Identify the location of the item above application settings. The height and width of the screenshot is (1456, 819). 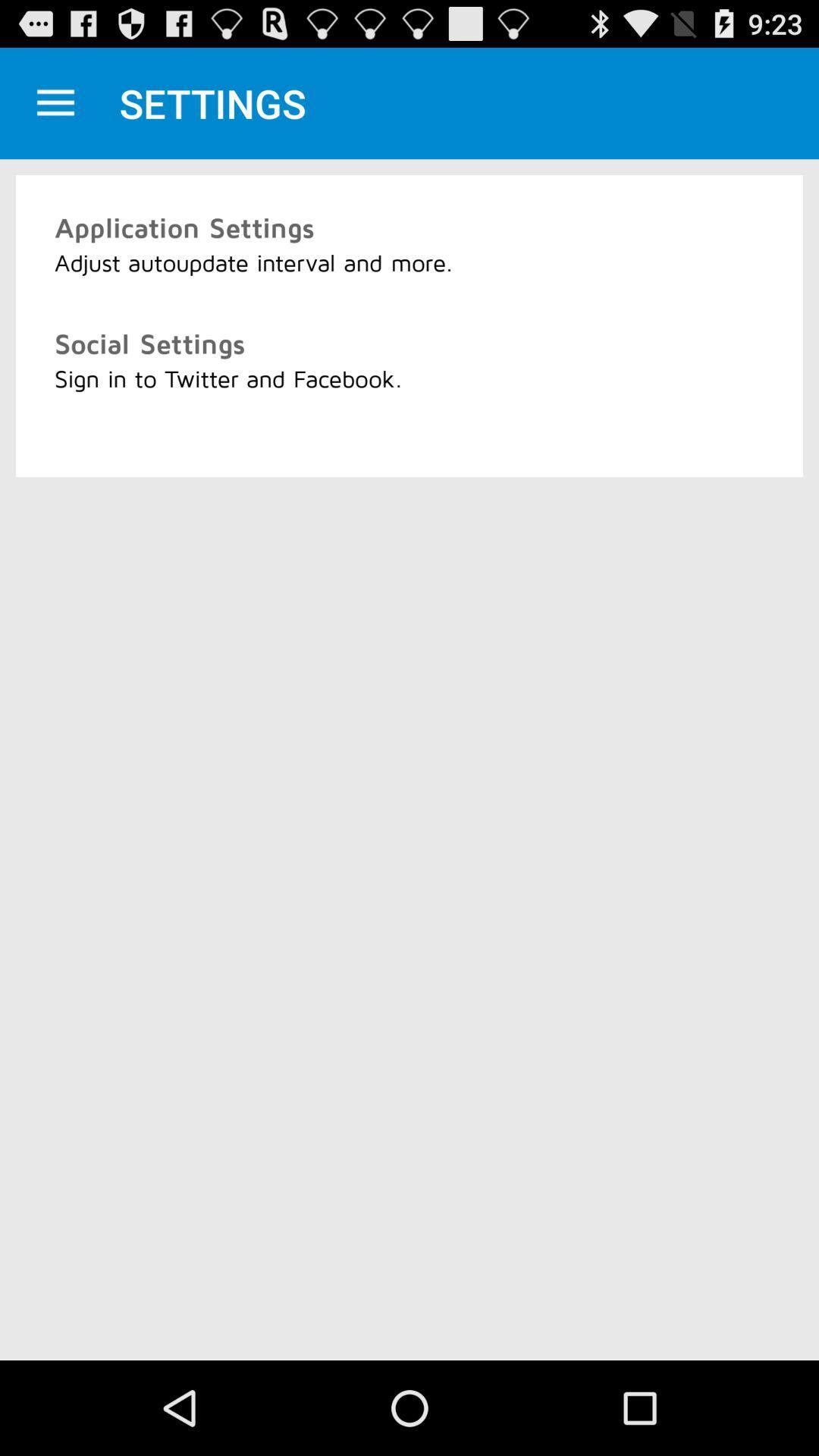
(55, 102).